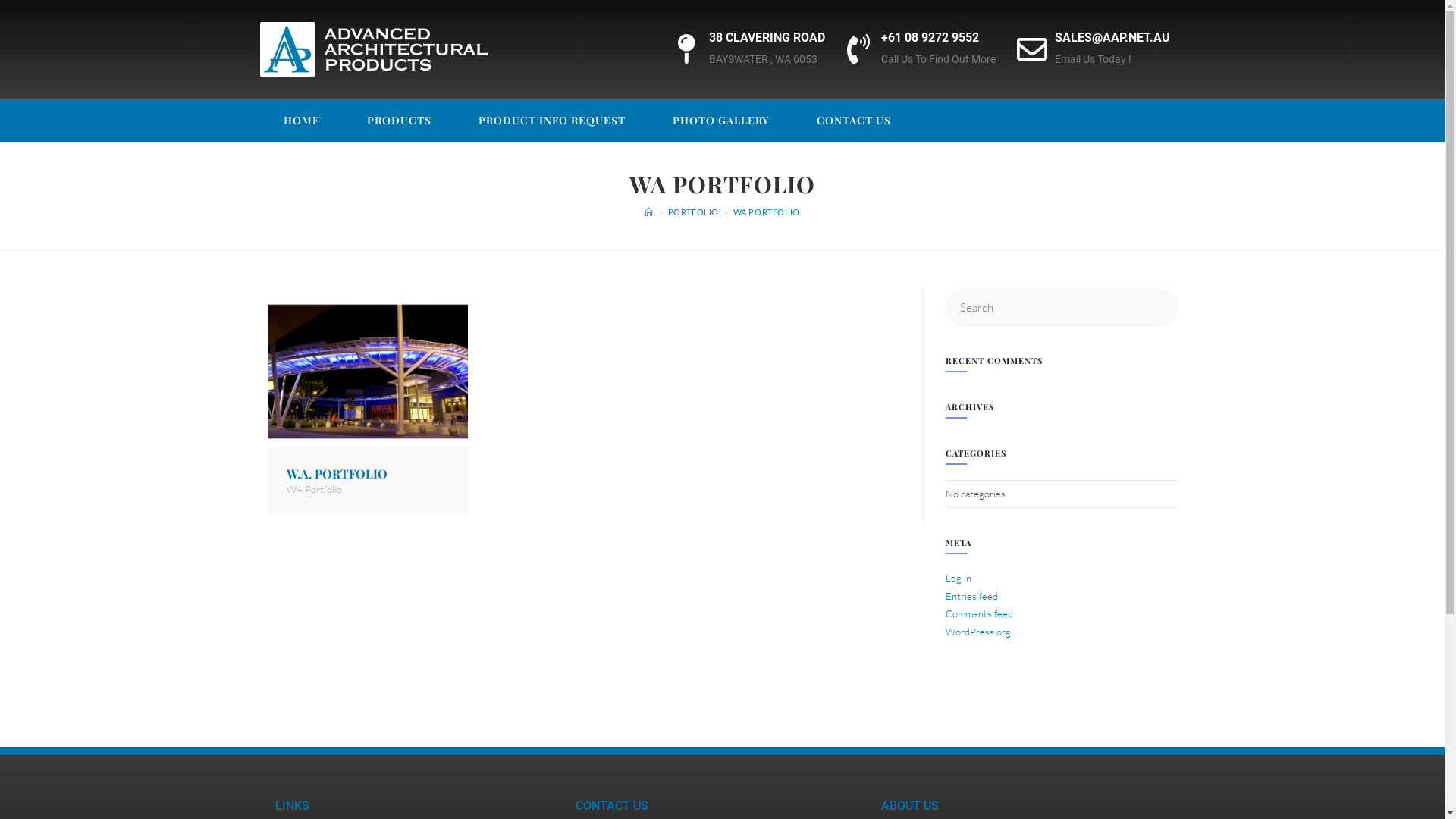  I want to click on 'WA Portfolio', so click(287, 488).